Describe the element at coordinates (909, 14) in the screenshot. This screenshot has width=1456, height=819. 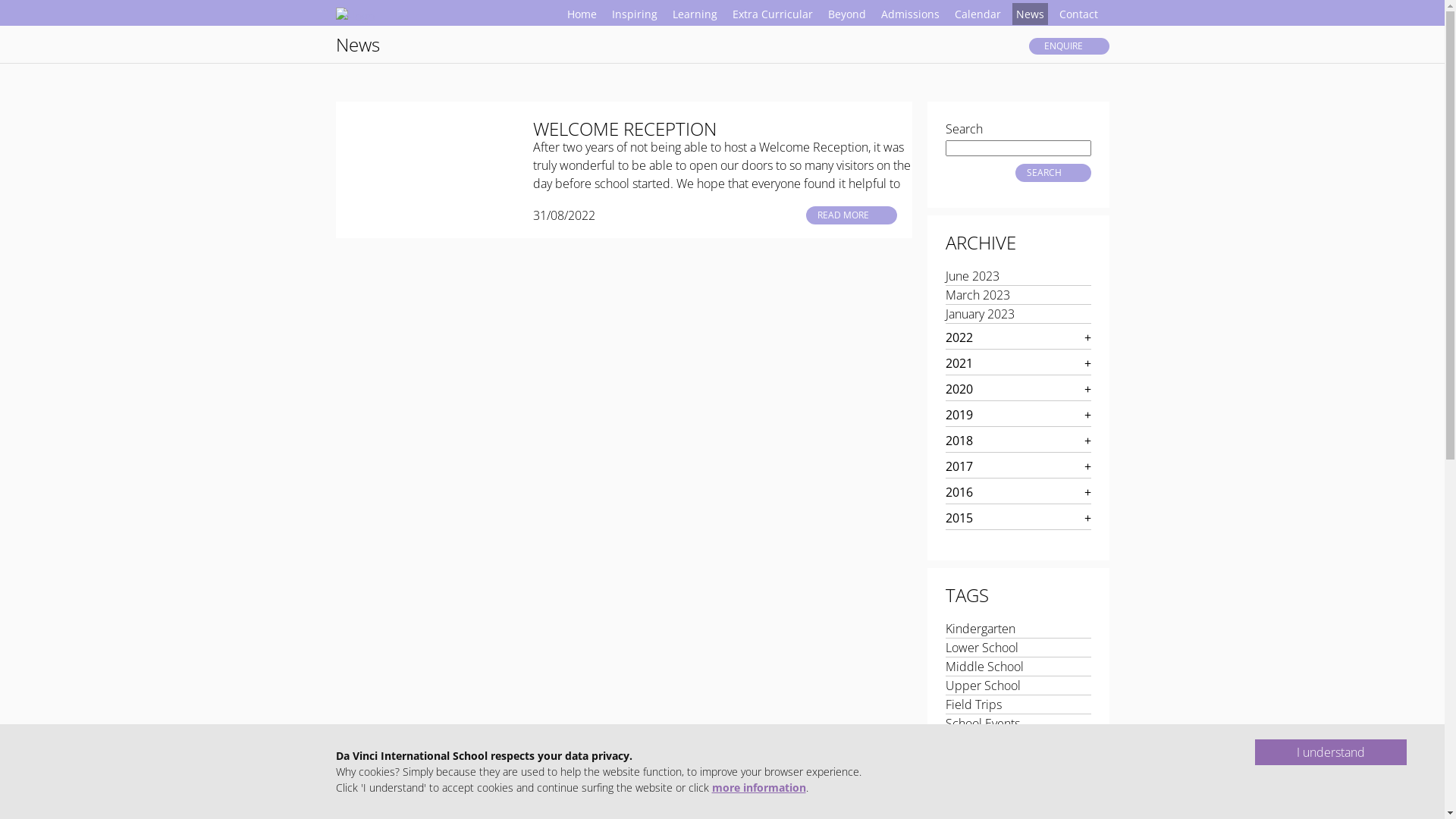
I see `'Admissions'` at that location.